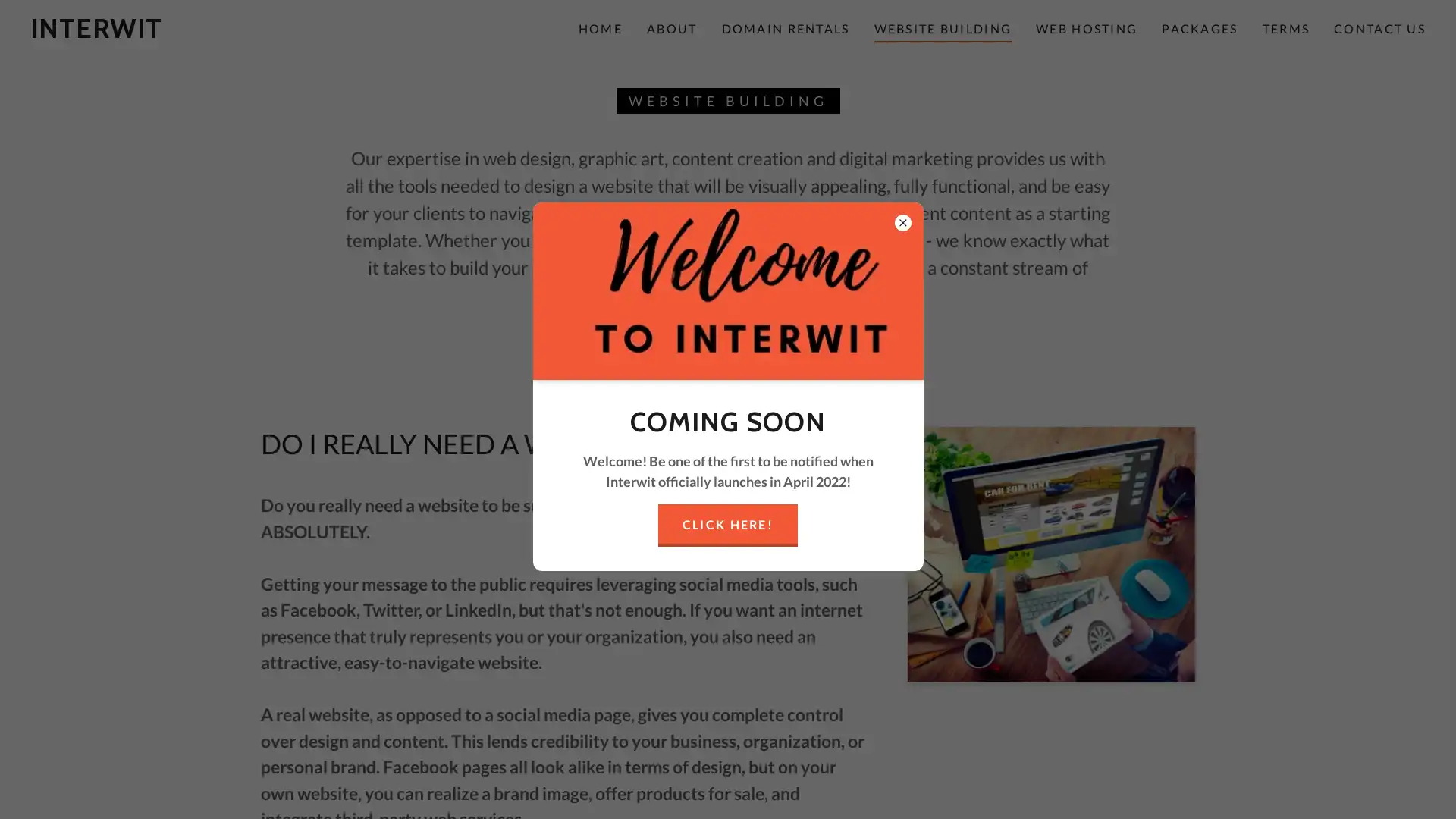 The image size is (1456, 819). I want to click on Chat widget toggle, so click(1416, 780).